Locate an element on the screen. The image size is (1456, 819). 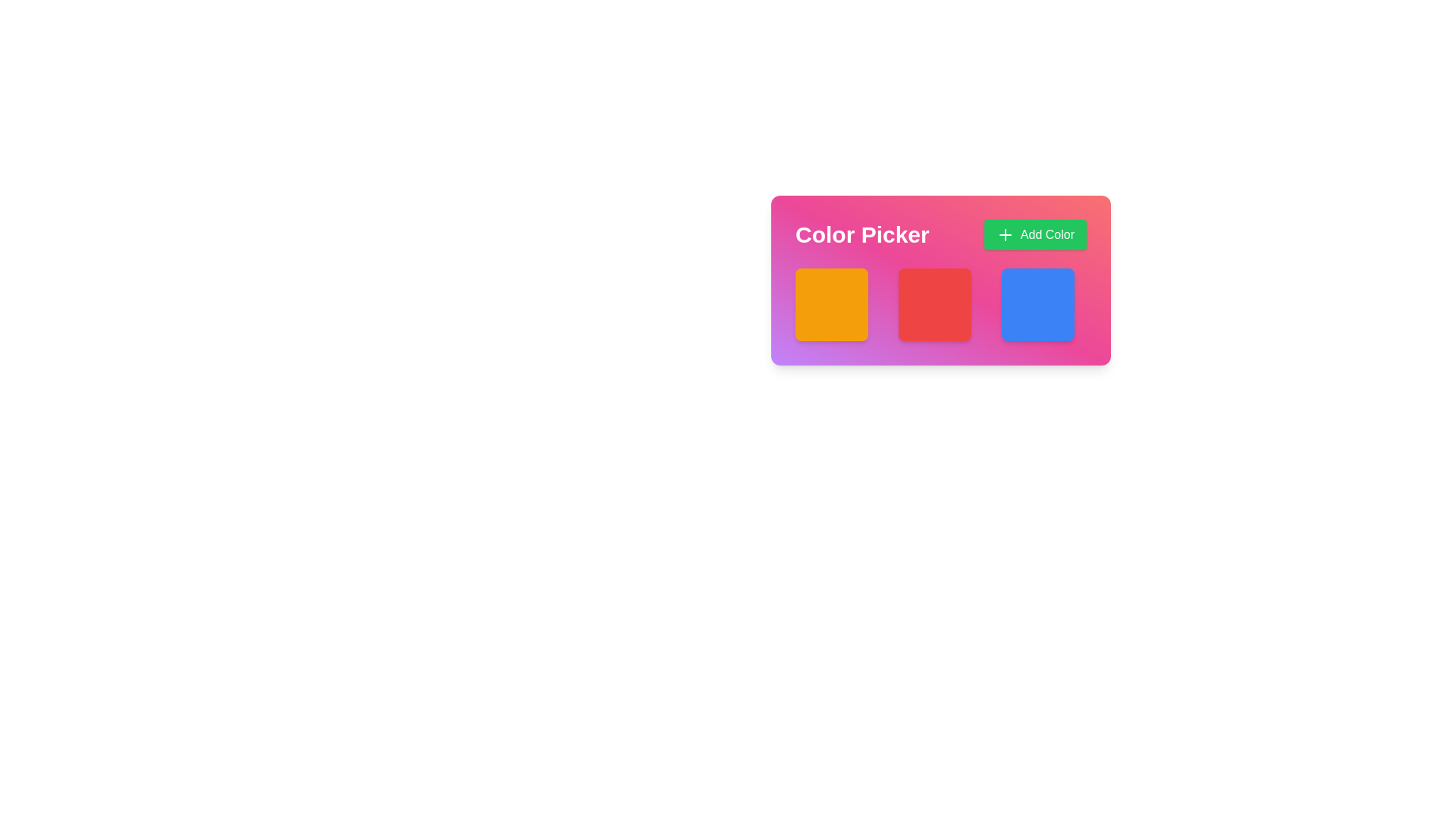
the trash icon button located in the top-right corner of the blue square tile in the 'Color Picker' section is located at coordinates (1072, 281).